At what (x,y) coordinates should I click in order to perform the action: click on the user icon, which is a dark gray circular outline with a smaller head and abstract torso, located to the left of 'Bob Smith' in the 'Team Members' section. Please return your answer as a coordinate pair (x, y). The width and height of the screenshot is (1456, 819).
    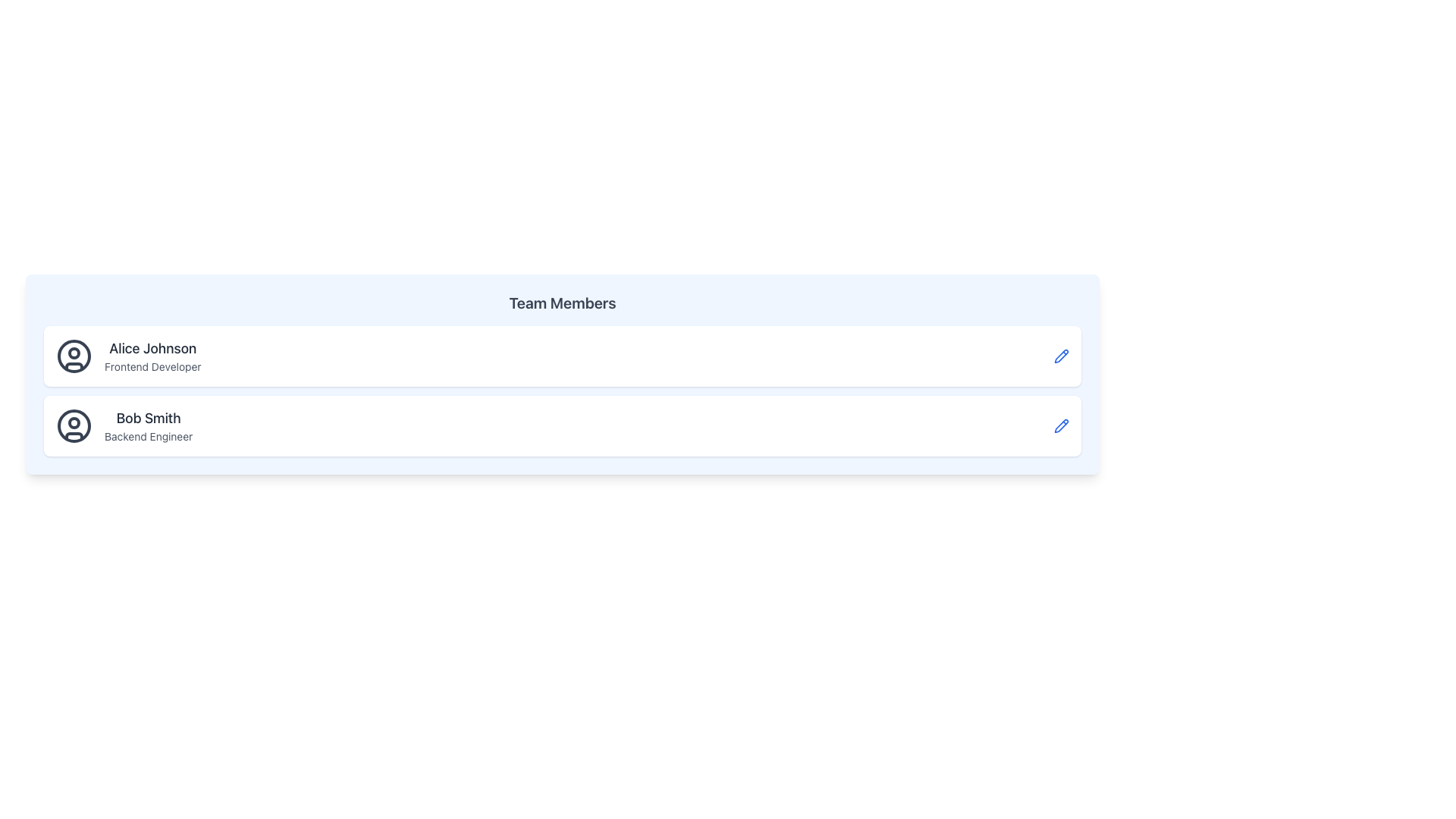
    Looking at the image, I should click on (73, 426).